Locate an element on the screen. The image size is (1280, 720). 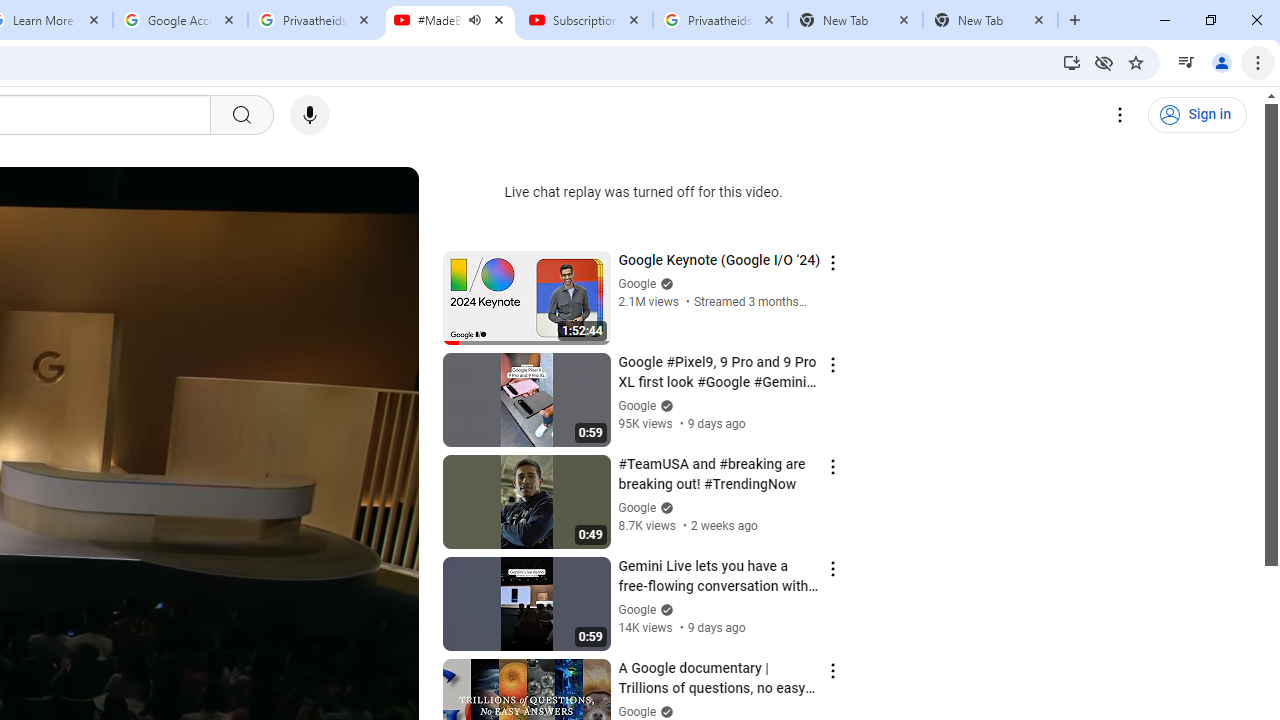
'Subscriptions - YouTube' is located at coordinates (584, 20).